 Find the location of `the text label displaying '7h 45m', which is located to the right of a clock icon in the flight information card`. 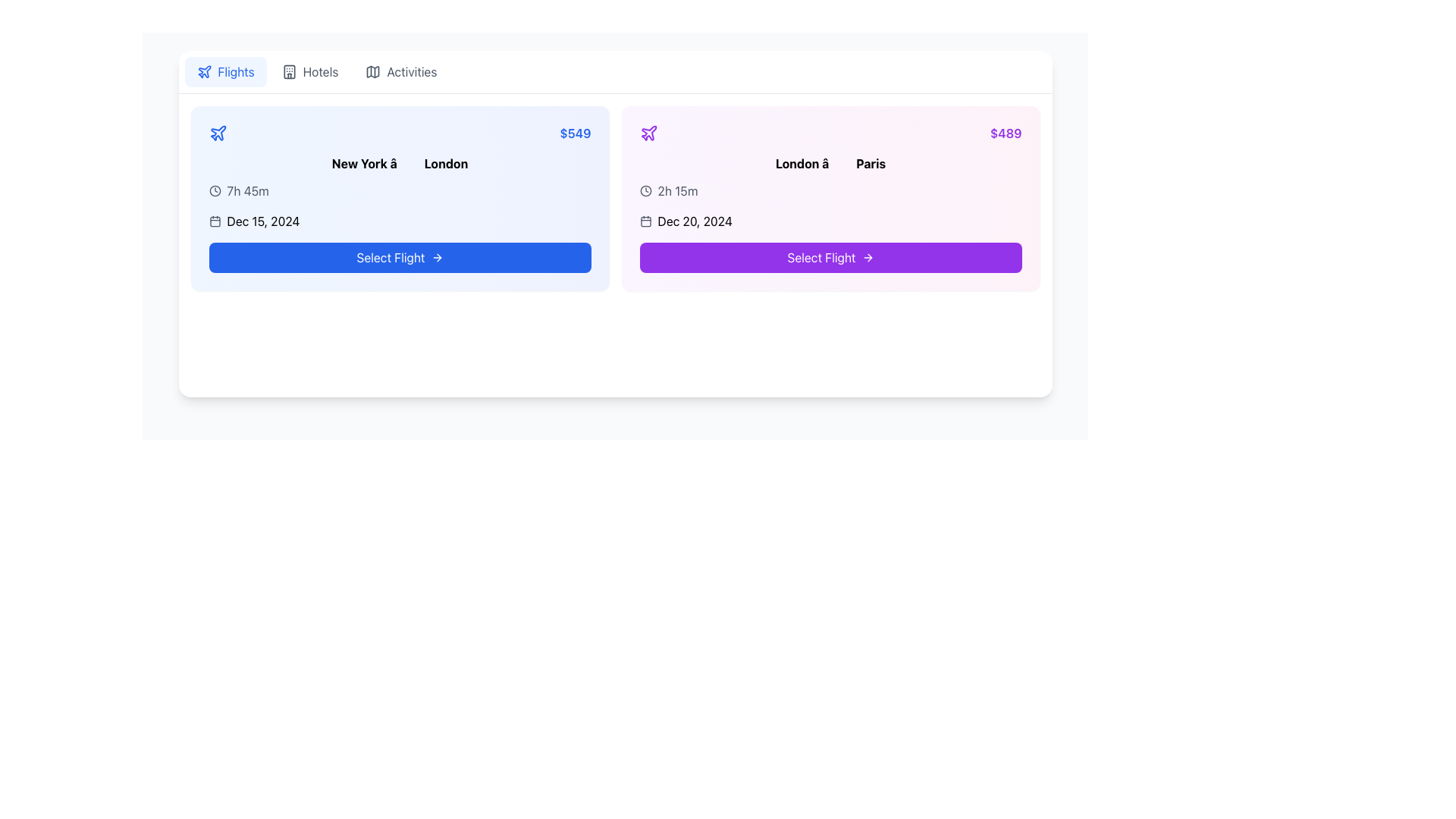

the text label displaying '7h 45m', which is located to the right of a clock icon in the flight information card is located at coordinates (248, 190).